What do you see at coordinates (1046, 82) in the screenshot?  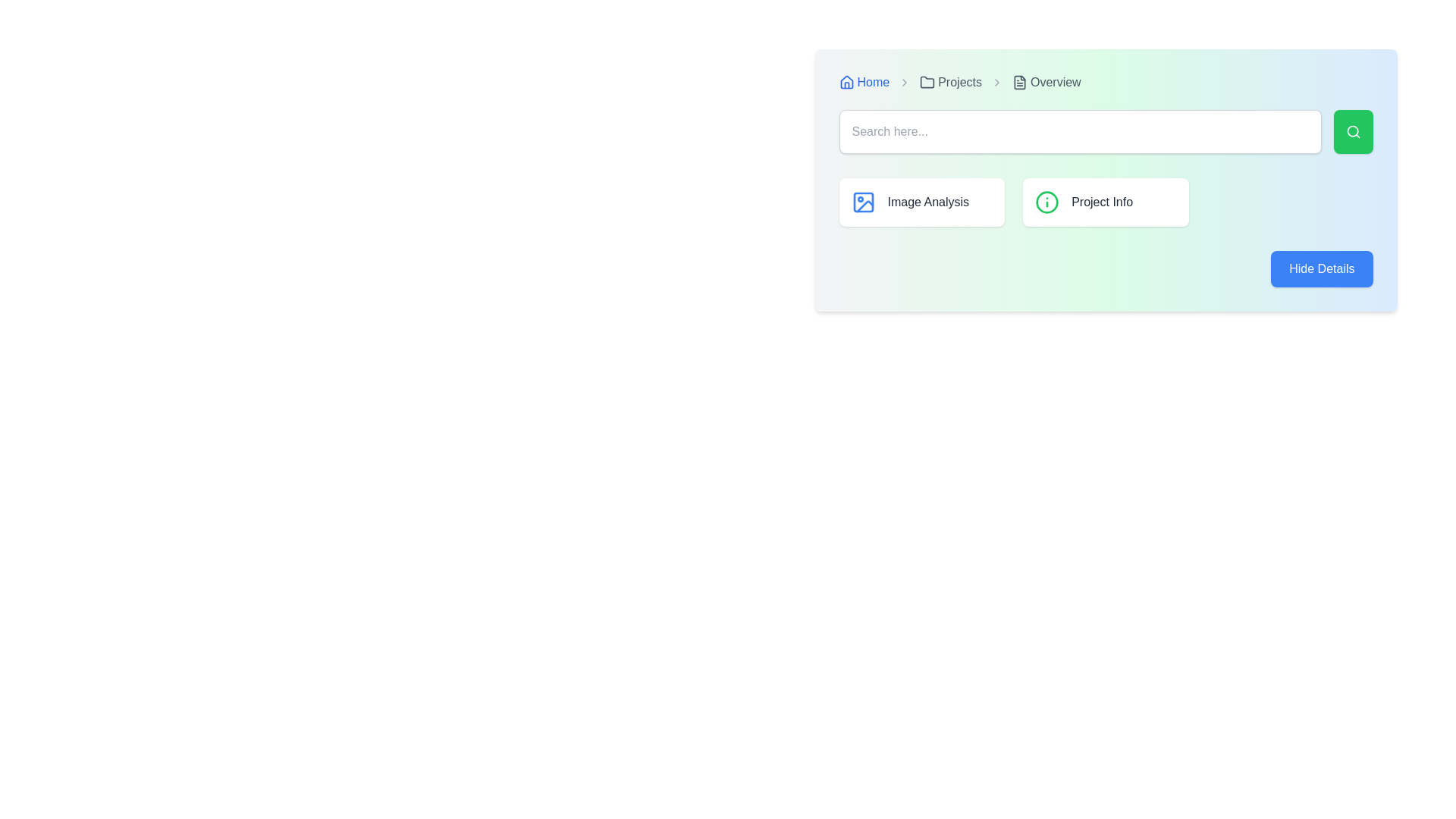 I see `the Breadcrumb item labeled 'Overview' with a document icon, located at the top-right portion of the page` at bounding box center [1046, 82].